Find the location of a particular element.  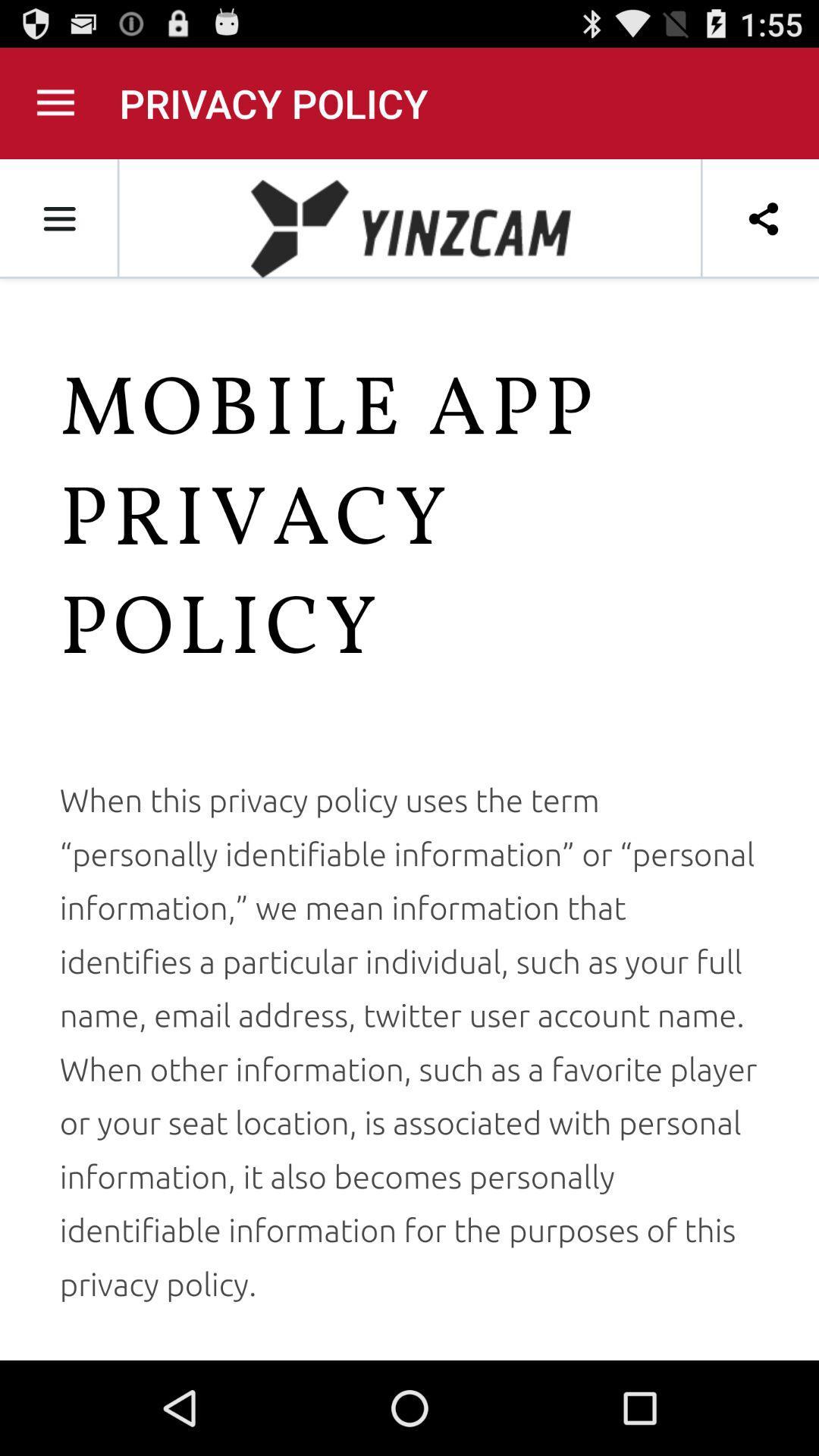

menu icon is located at coordinates (55, 102).